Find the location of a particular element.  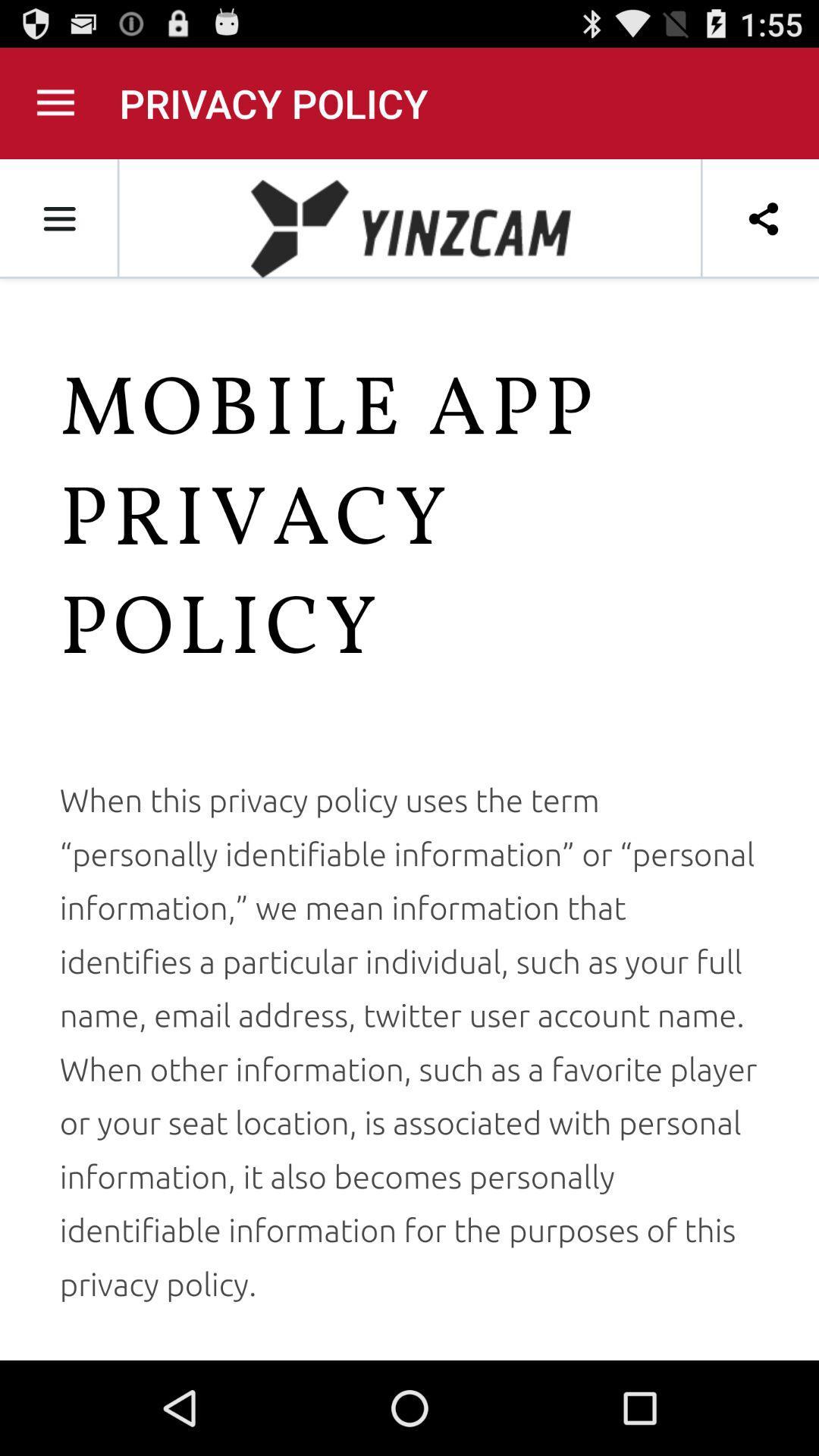

menu icon is located at coordinates (55, 102).